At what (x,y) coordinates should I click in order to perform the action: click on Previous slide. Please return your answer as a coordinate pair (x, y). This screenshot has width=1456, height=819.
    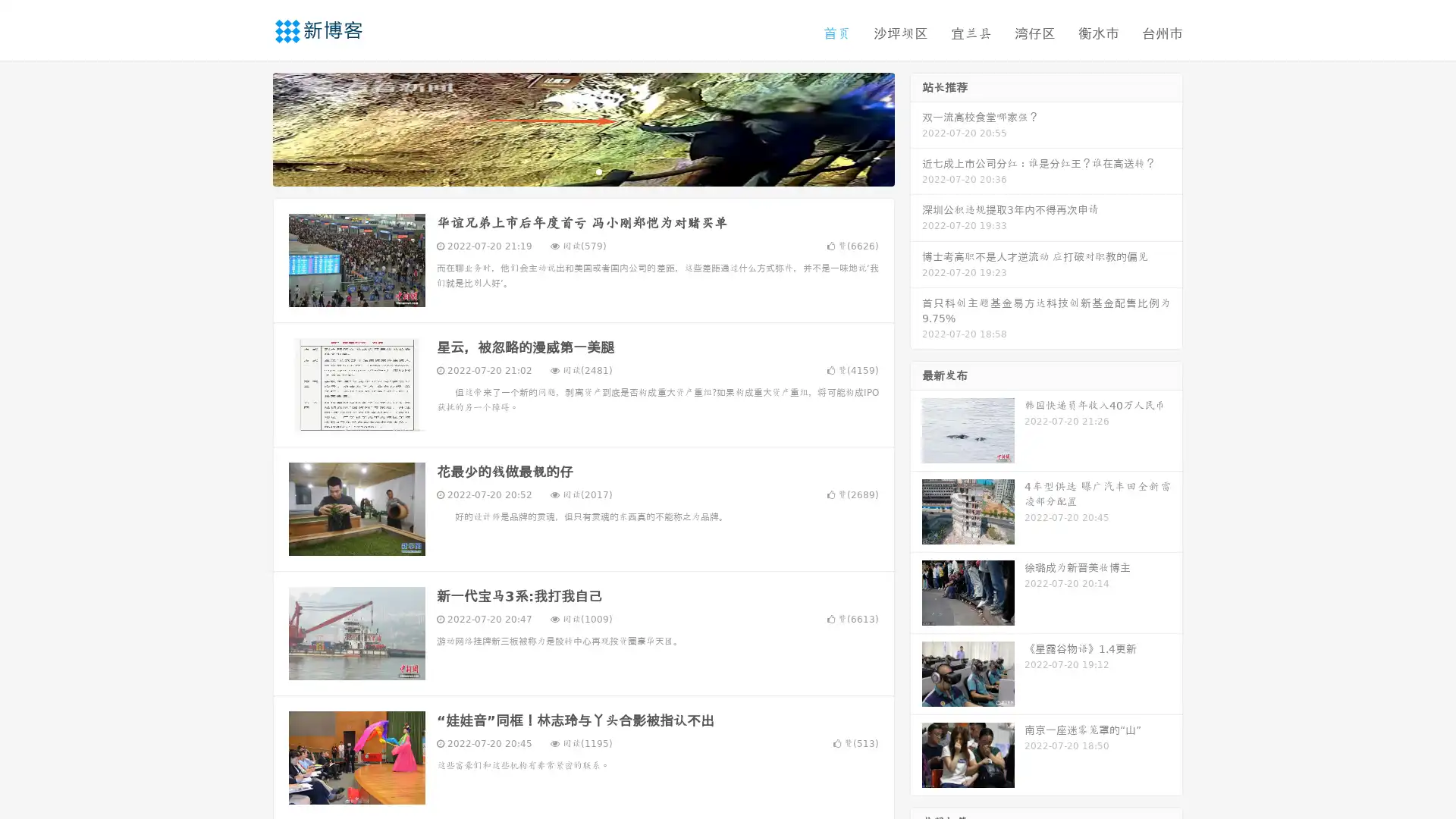
    Looking at the image, I should click on (250, 127).